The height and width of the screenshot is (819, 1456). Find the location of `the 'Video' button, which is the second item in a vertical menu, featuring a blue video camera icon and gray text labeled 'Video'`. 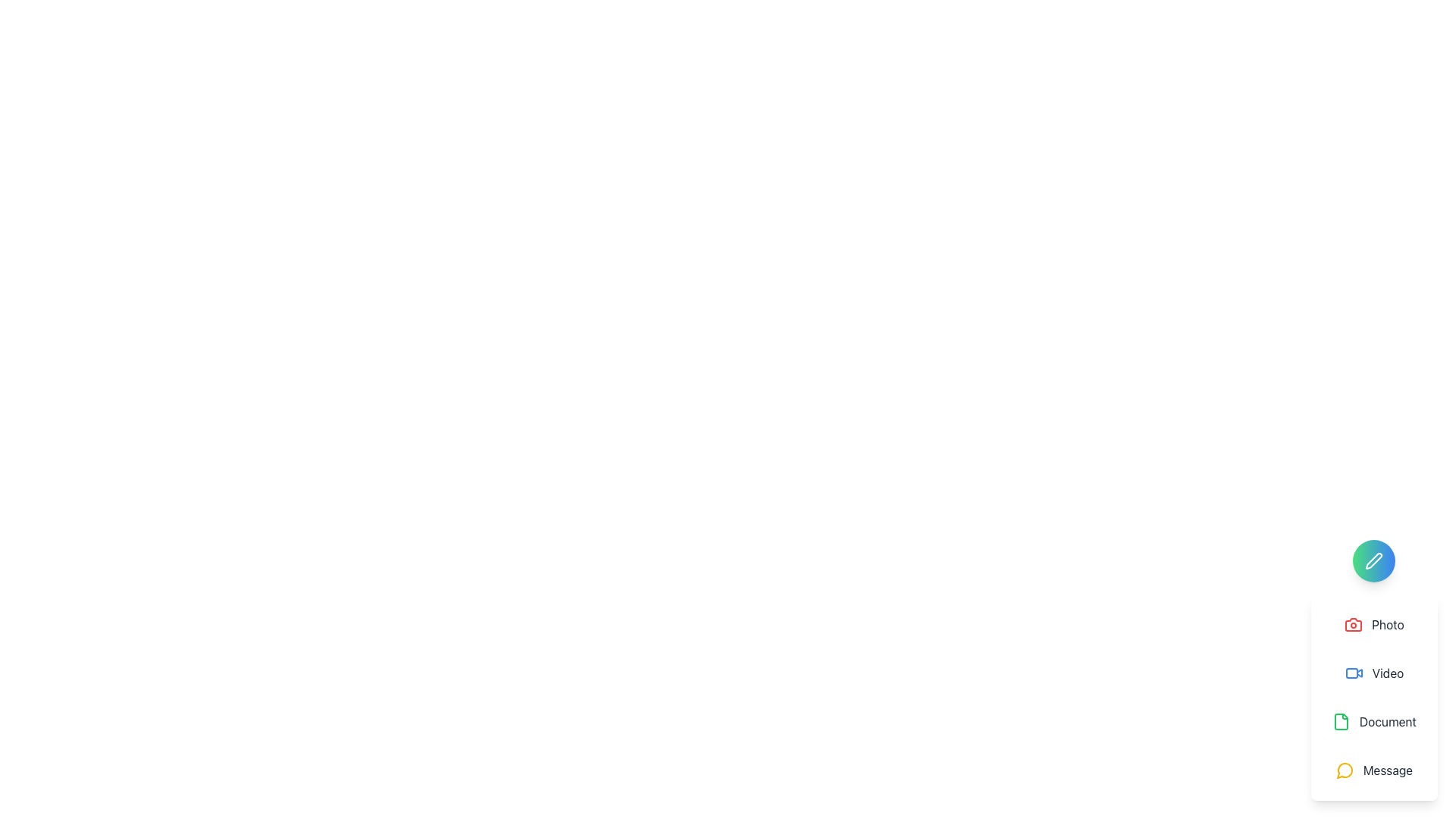

the 'Video' button, which is the second item in a vertical menu, featuring a blue video camera icon and gray text labeled 'Video' is located at coordinates (1374, 672).